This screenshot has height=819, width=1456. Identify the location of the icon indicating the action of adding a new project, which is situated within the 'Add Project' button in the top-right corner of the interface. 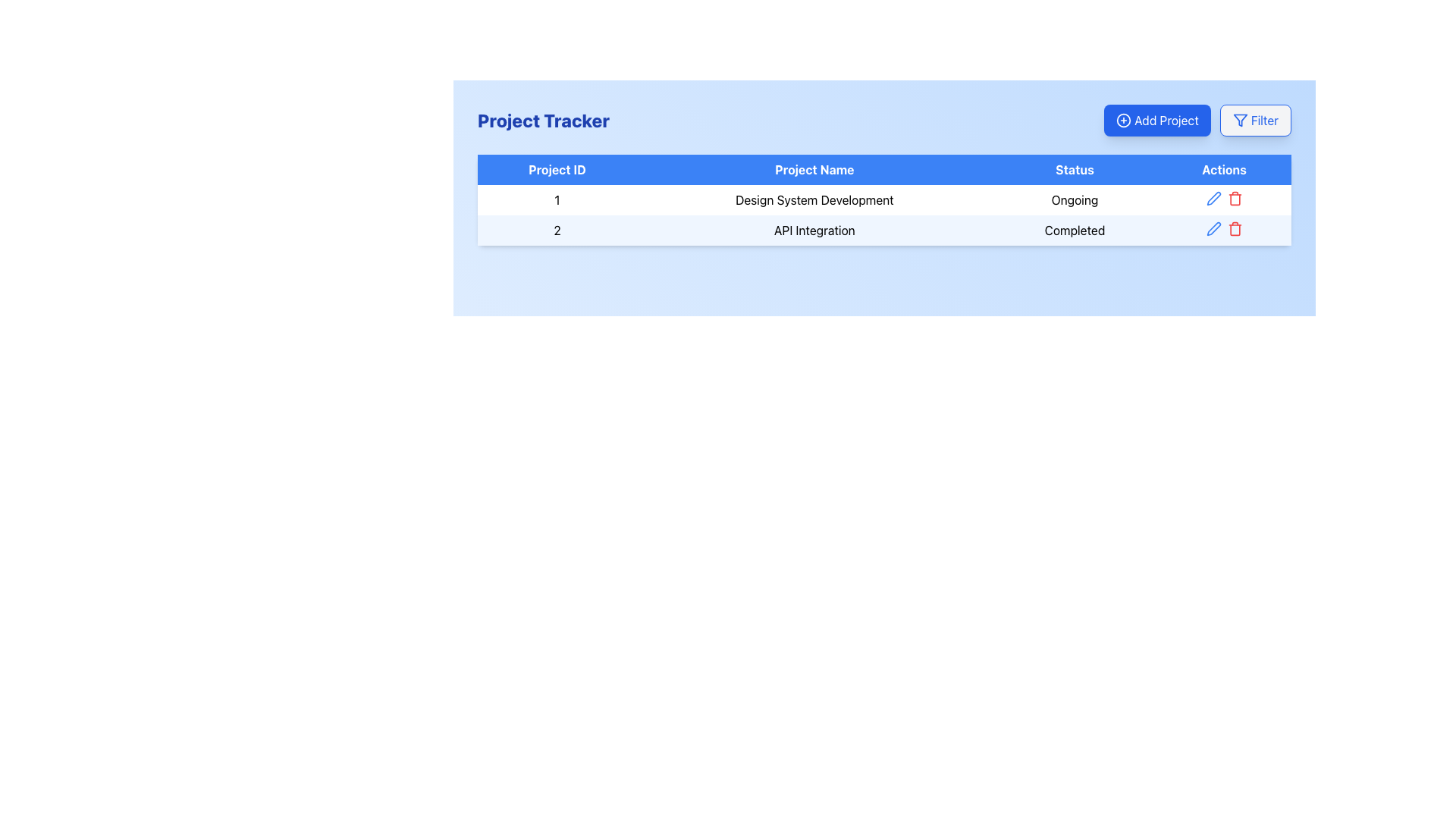
(1124, 119).